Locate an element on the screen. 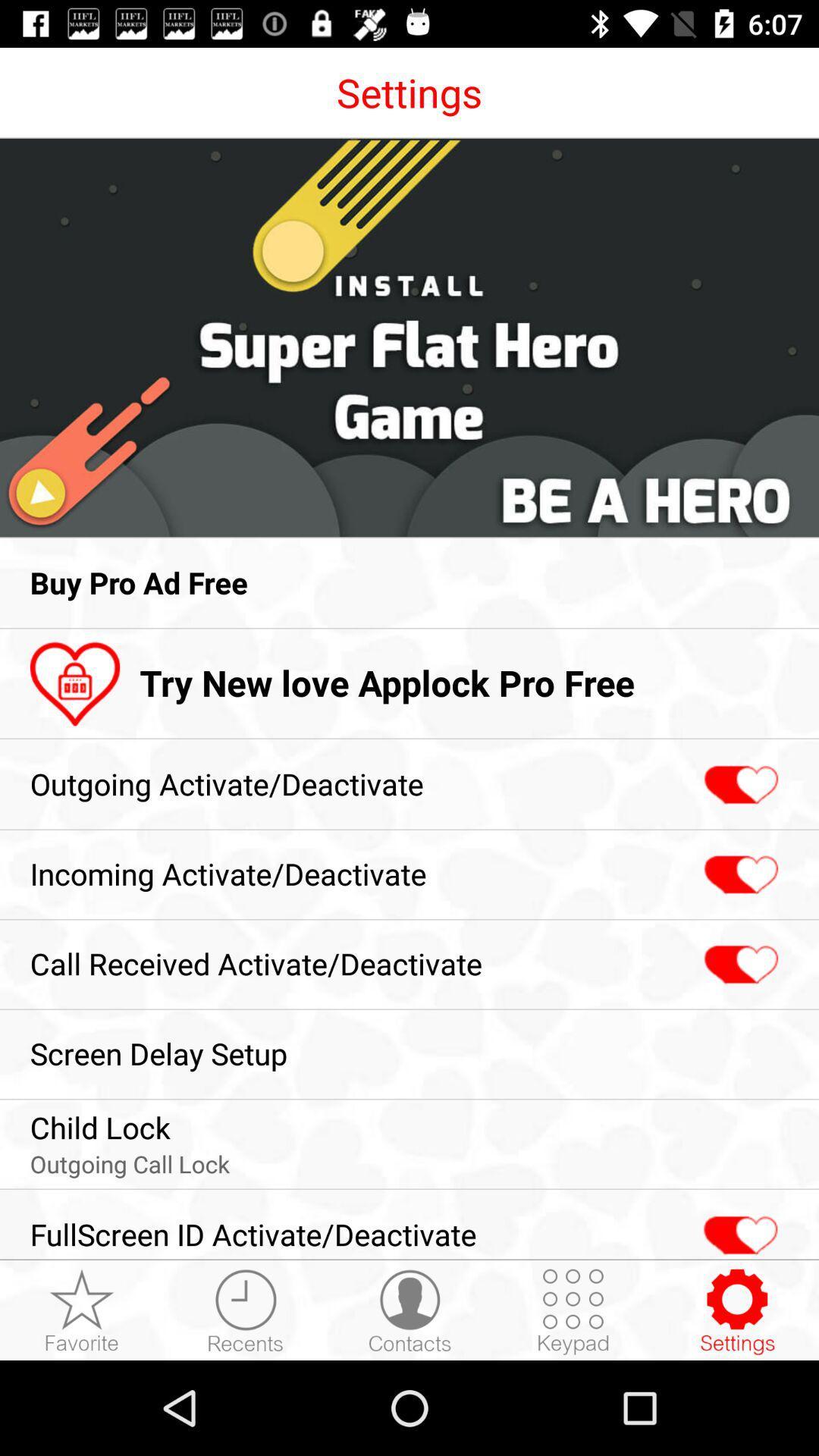 This screenshot has height=1456, width=819. book the app is located at coordinates (736, 1310).